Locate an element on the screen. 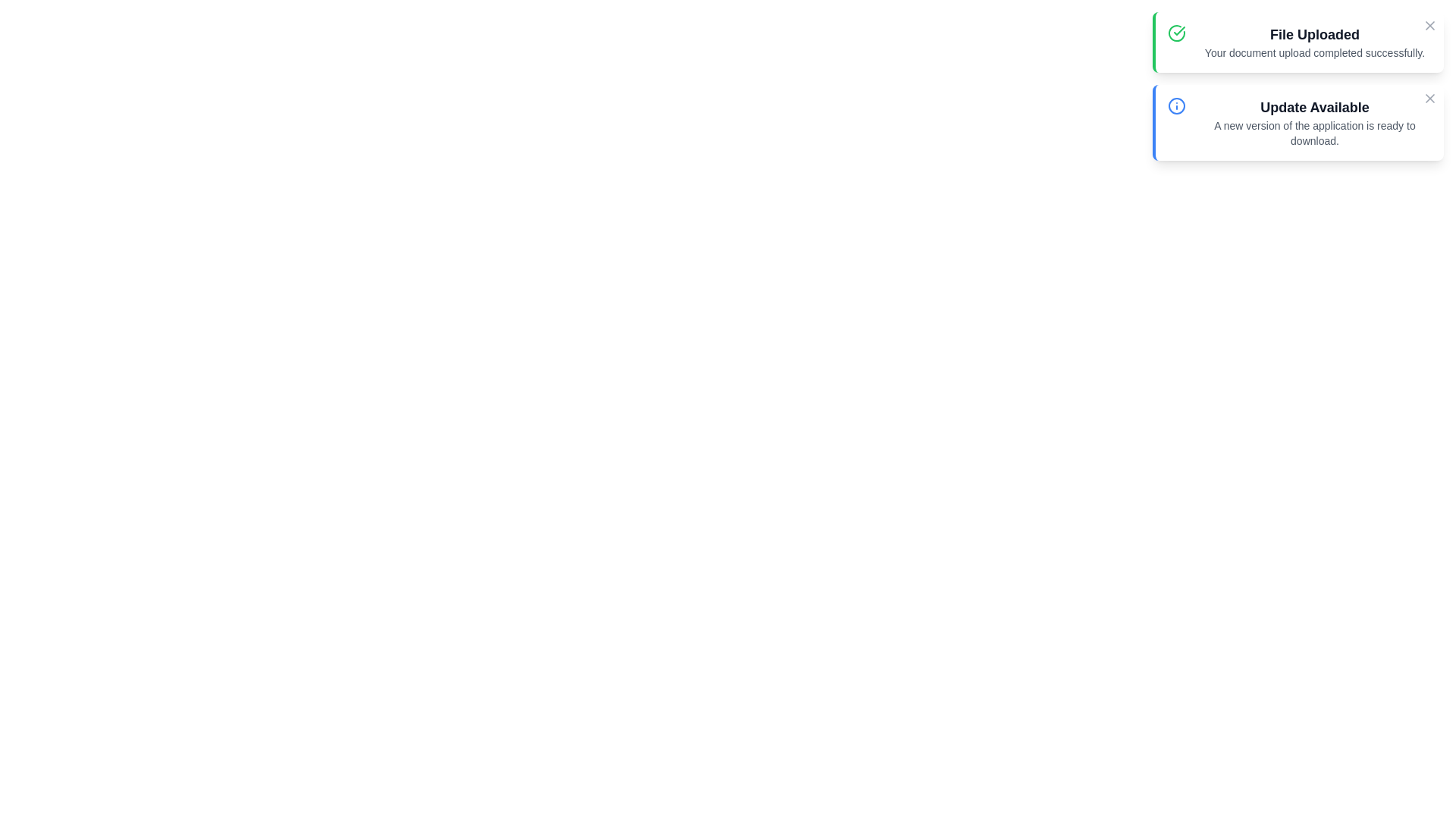  the notification with title File Uploaded is located at coordinates (1298, 42).